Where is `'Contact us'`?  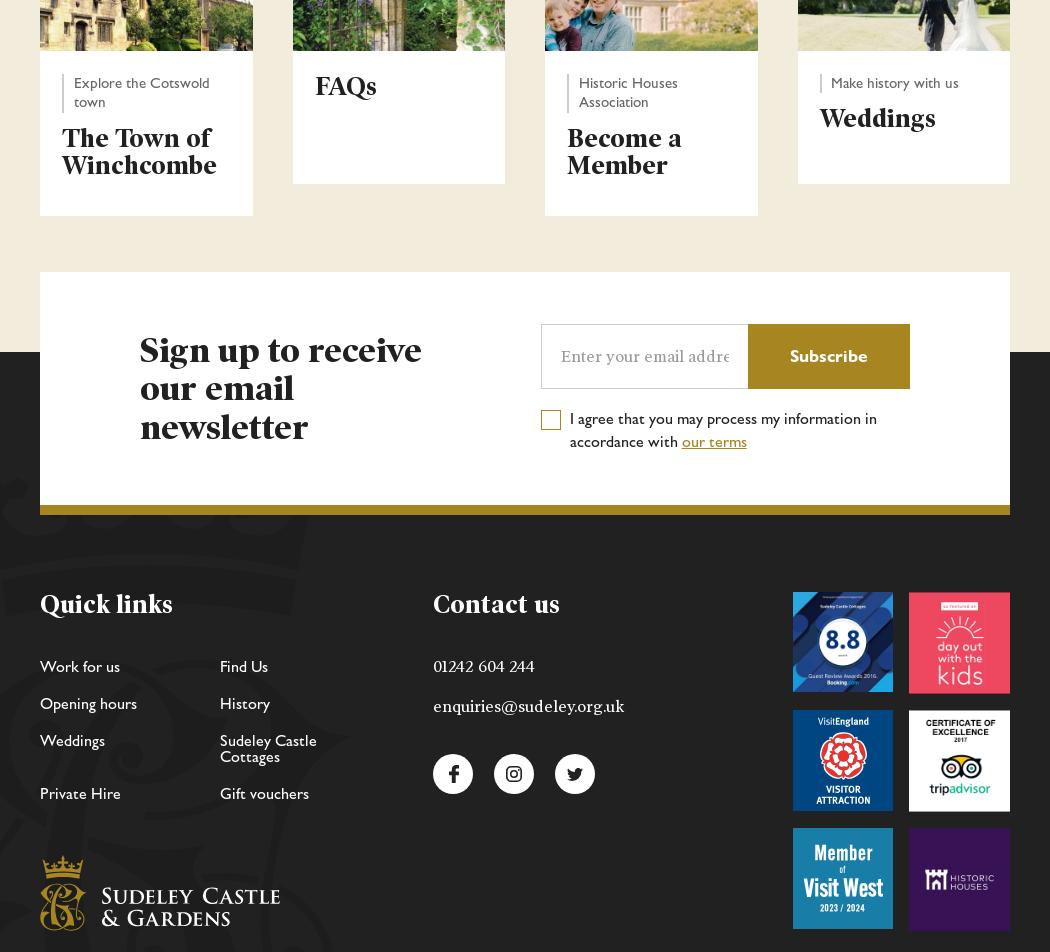
'Contact us' is located at coordinates (495, 604).